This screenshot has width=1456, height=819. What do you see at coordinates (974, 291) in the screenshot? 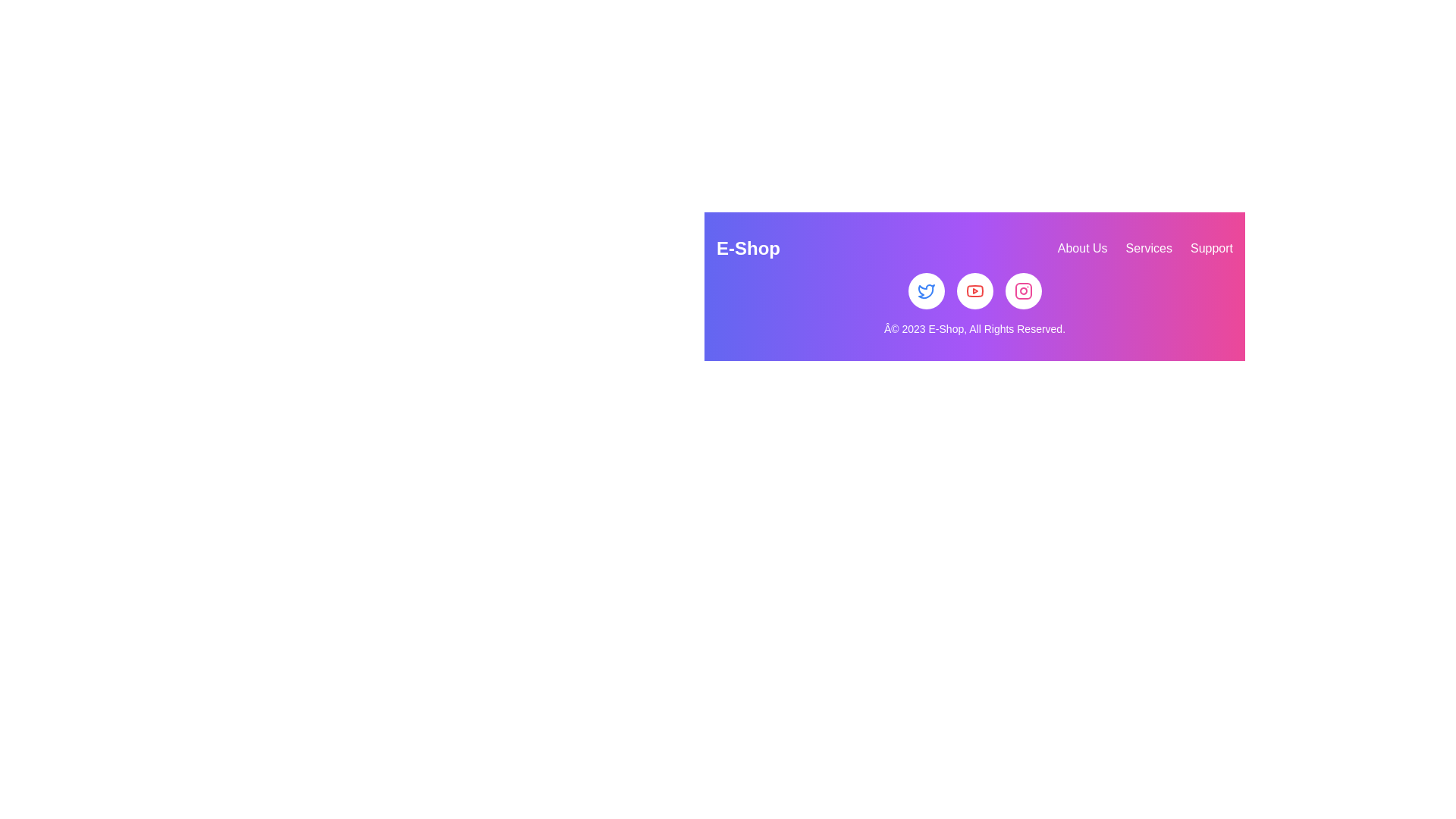
I see `one of the interactive link buttons in the footer section of the webpage` at bounding box center [974, 291].